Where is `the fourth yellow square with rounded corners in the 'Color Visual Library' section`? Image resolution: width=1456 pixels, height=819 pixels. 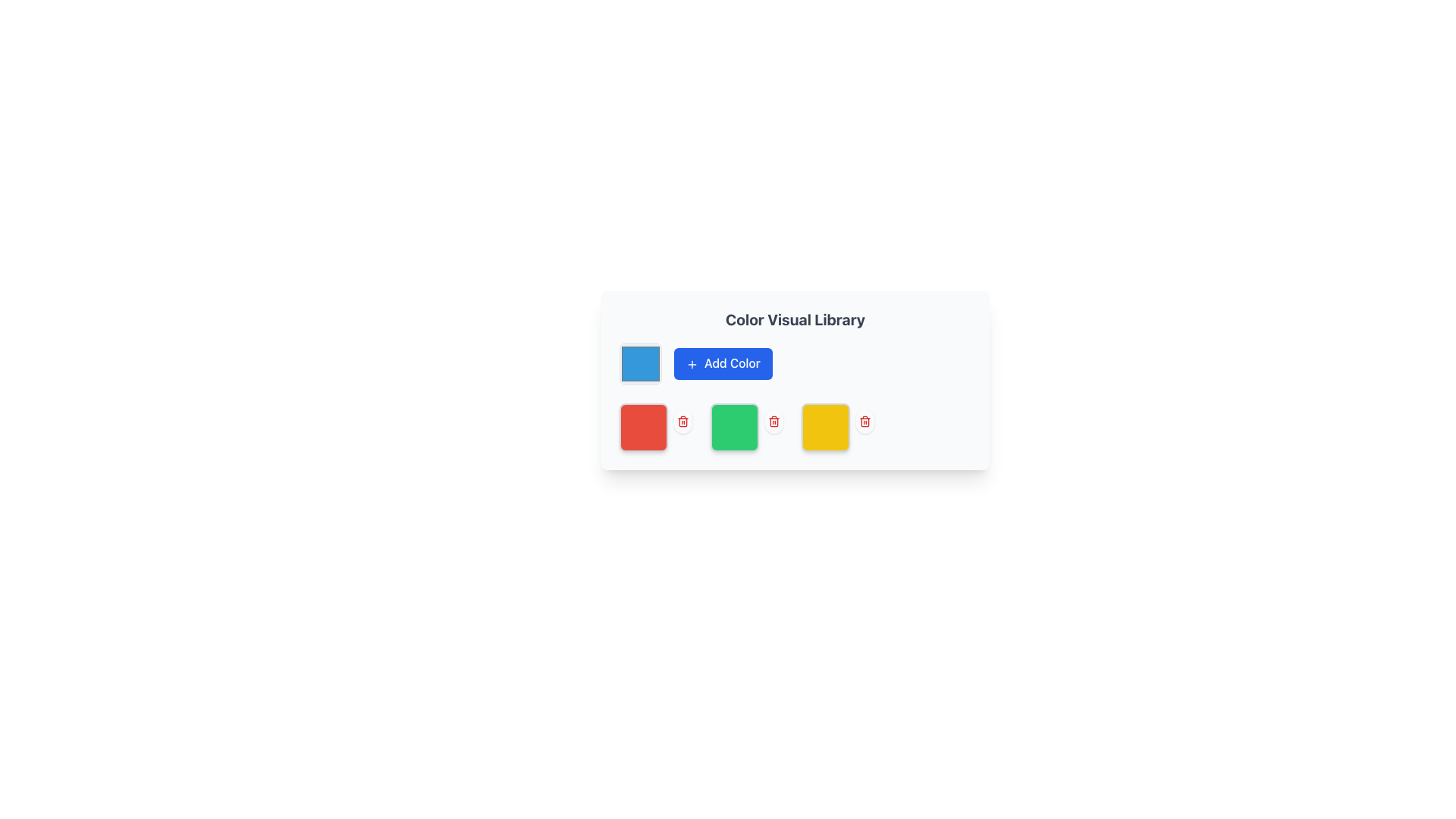
the fourth yellow square with rounded corners in the 'Color Visual Library' section is located at coordinates (825, 427).